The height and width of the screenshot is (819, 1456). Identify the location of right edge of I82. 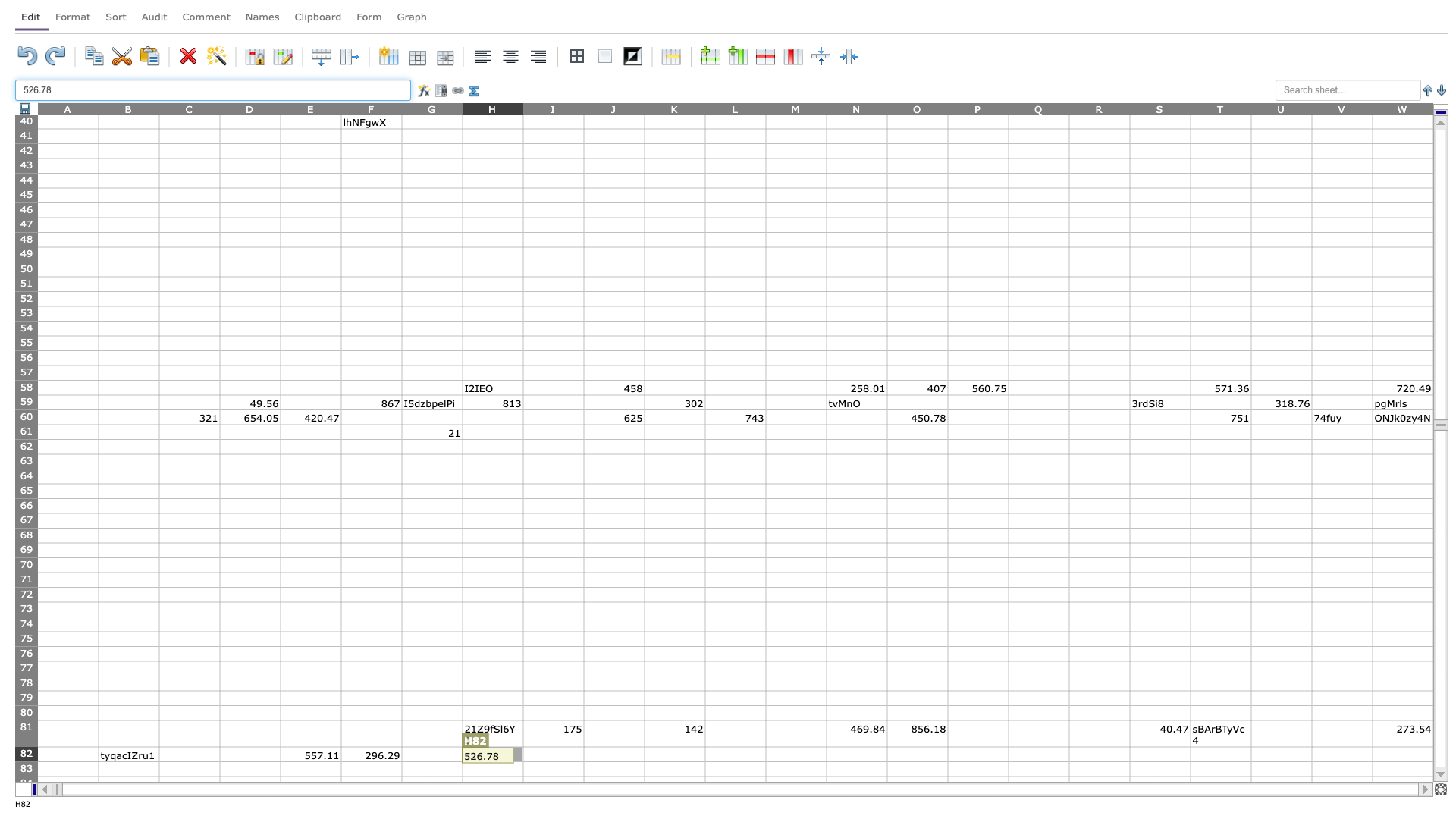
(582, 754).